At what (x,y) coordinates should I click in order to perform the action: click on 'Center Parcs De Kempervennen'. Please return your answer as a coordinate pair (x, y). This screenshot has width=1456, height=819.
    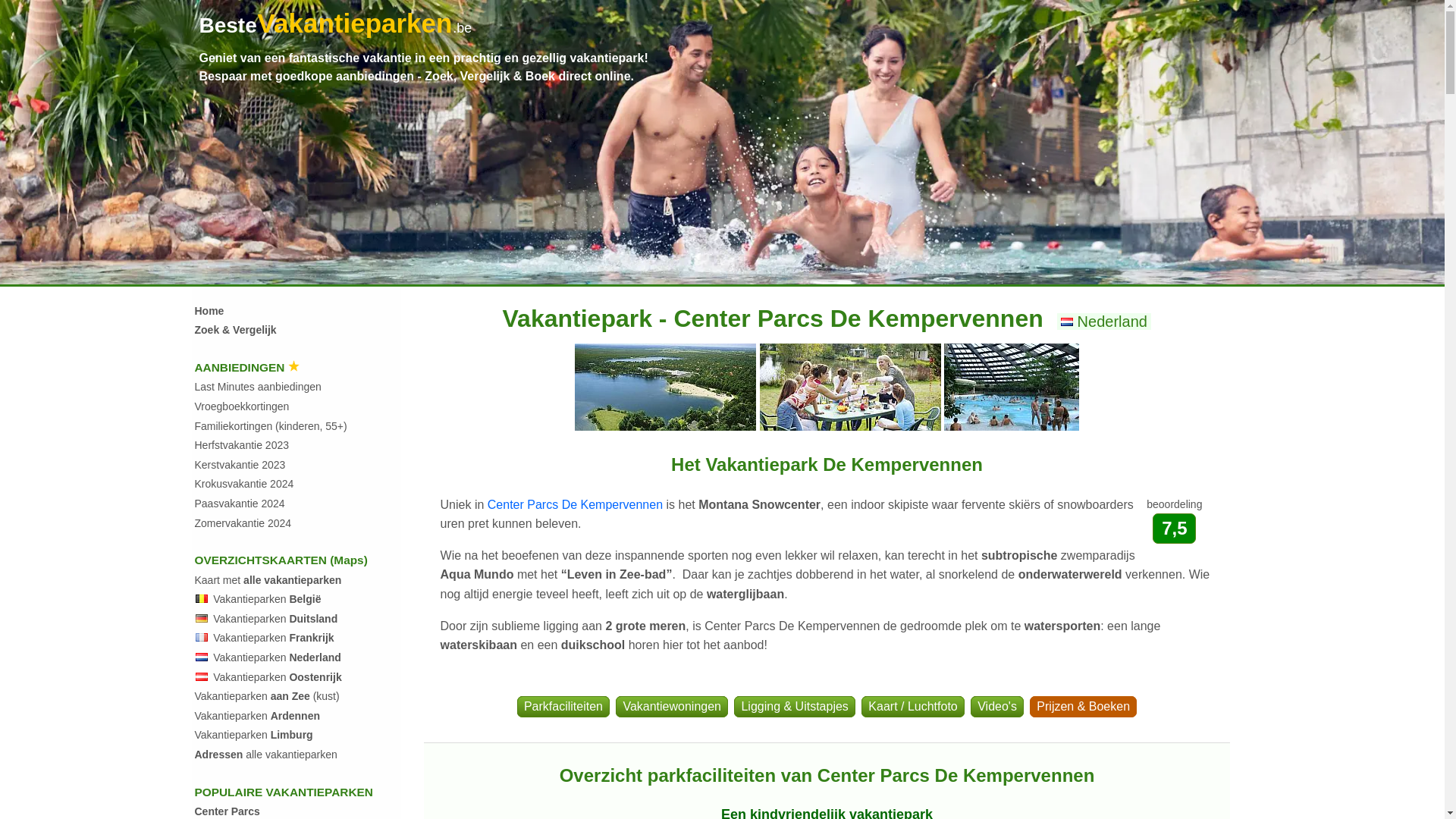
    Looking at the image, I should click on (488, 504).